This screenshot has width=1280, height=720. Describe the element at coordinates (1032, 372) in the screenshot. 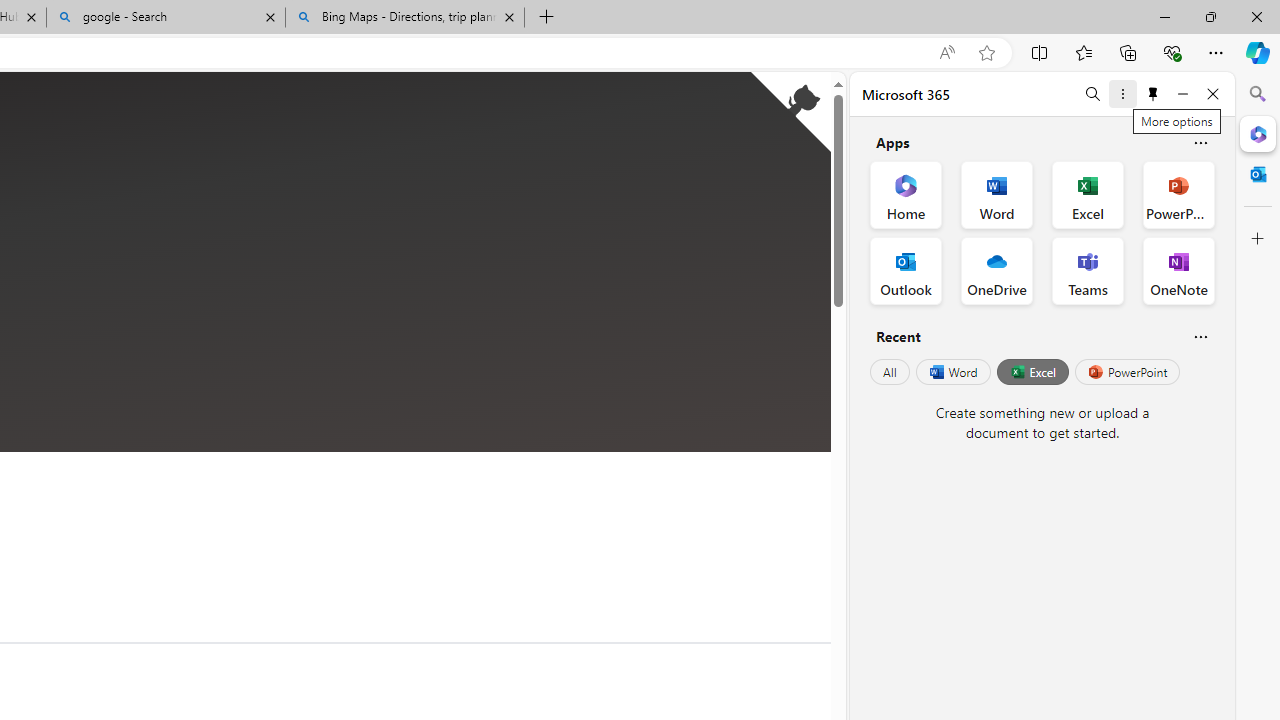

I see `'Excel'` at that location.